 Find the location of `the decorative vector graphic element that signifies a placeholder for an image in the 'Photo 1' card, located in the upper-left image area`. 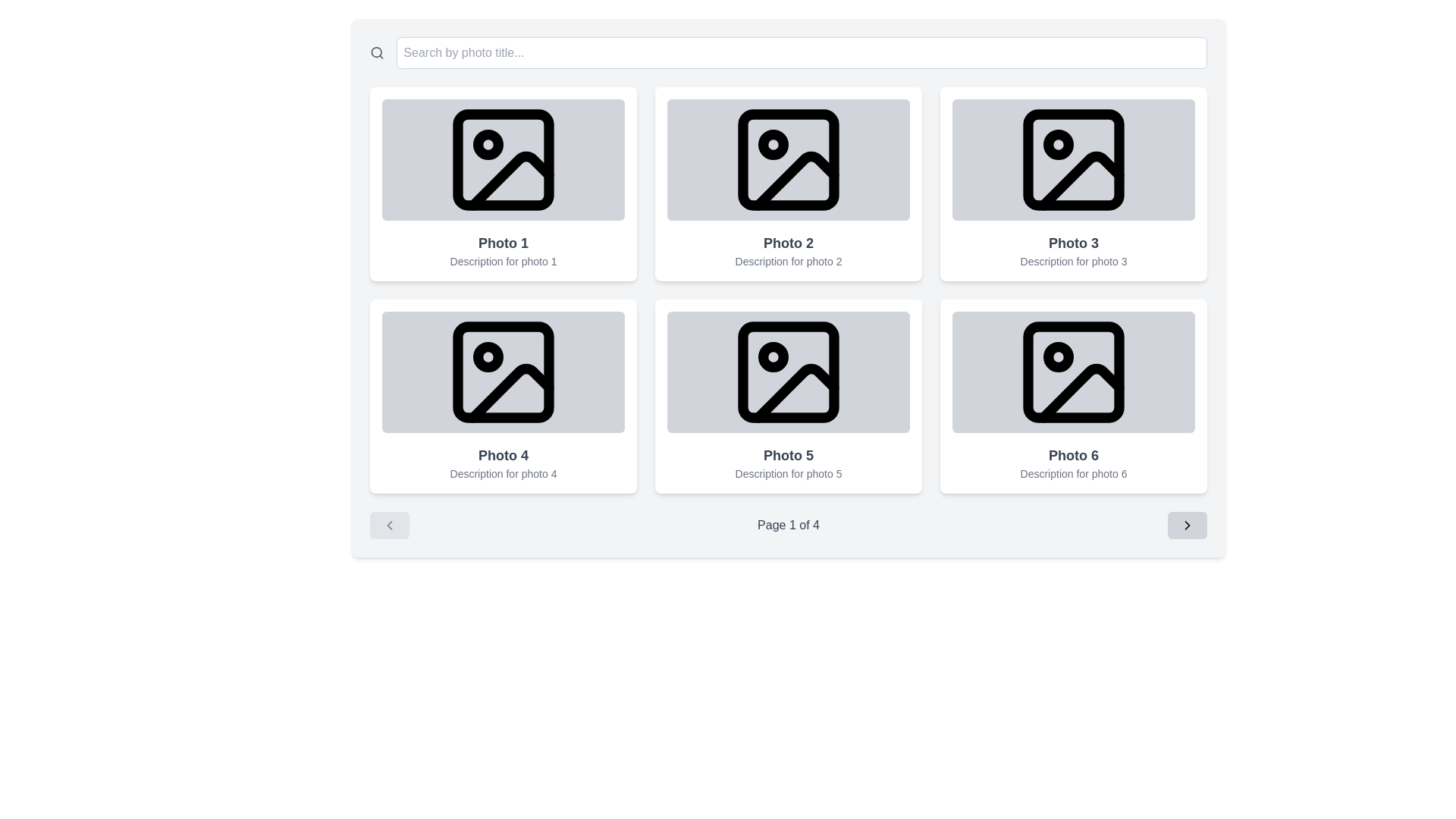

the decorative vector graphic element that signifies a placeholder for an image in the 'Photo 1' card, located in the upper-left image area is located at coordinates (510, 180).